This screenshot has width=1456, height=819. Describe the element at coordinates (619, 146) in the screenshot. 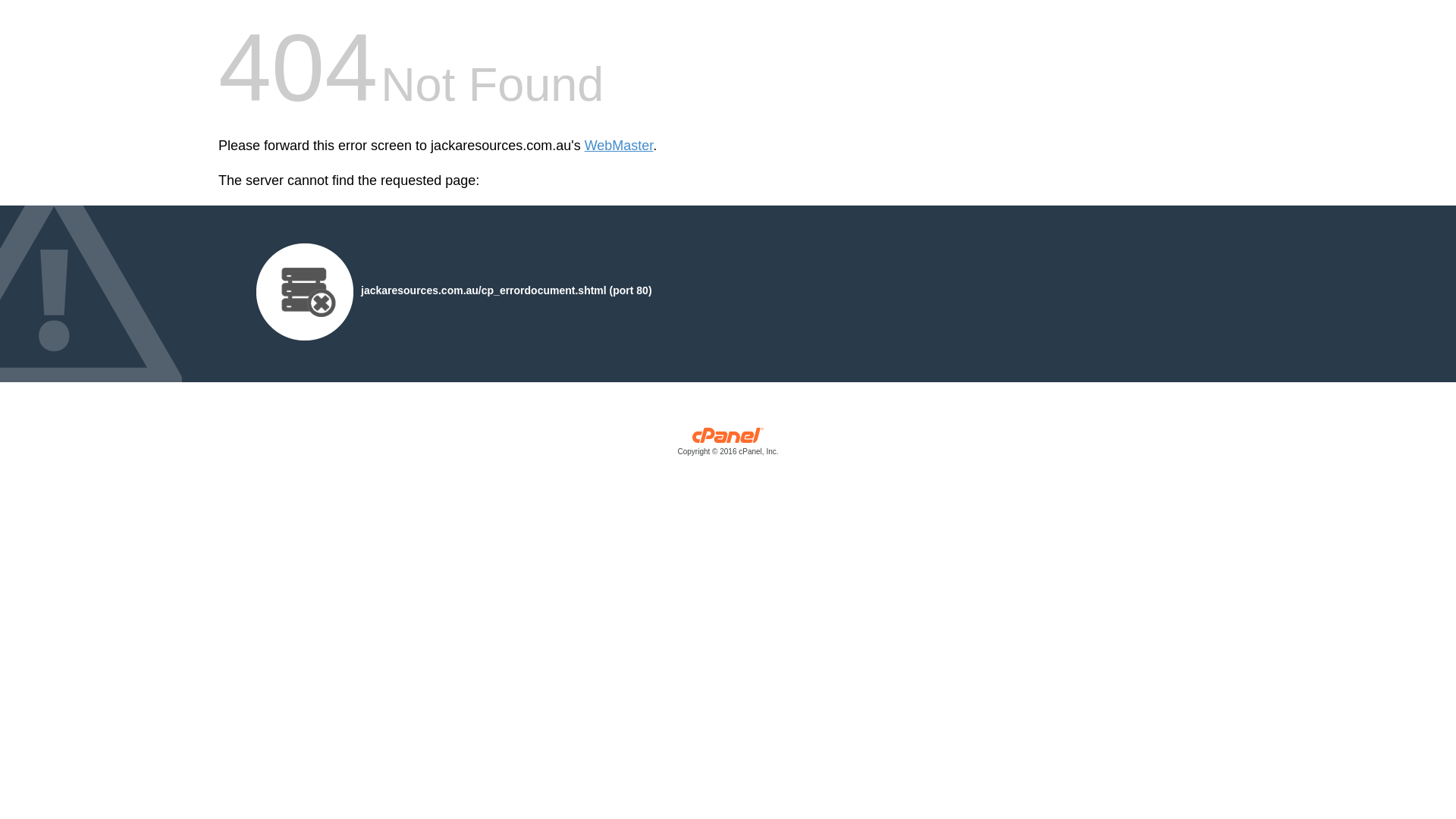

I see `'WebMaster'` at that location.